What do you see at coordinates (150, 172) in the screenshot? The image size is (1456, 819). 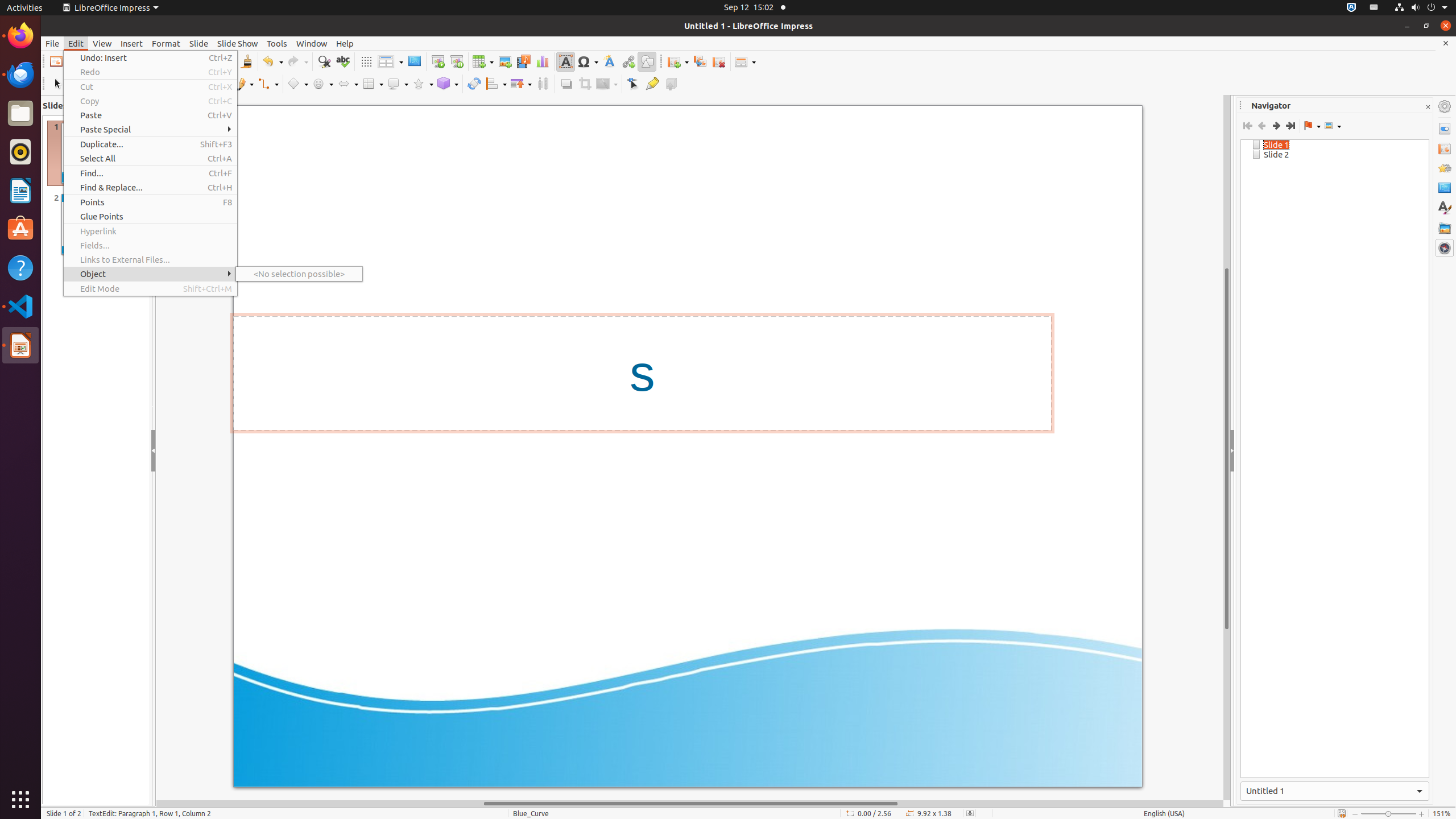 I see `'Find...'` at bounding box center [150, 172].